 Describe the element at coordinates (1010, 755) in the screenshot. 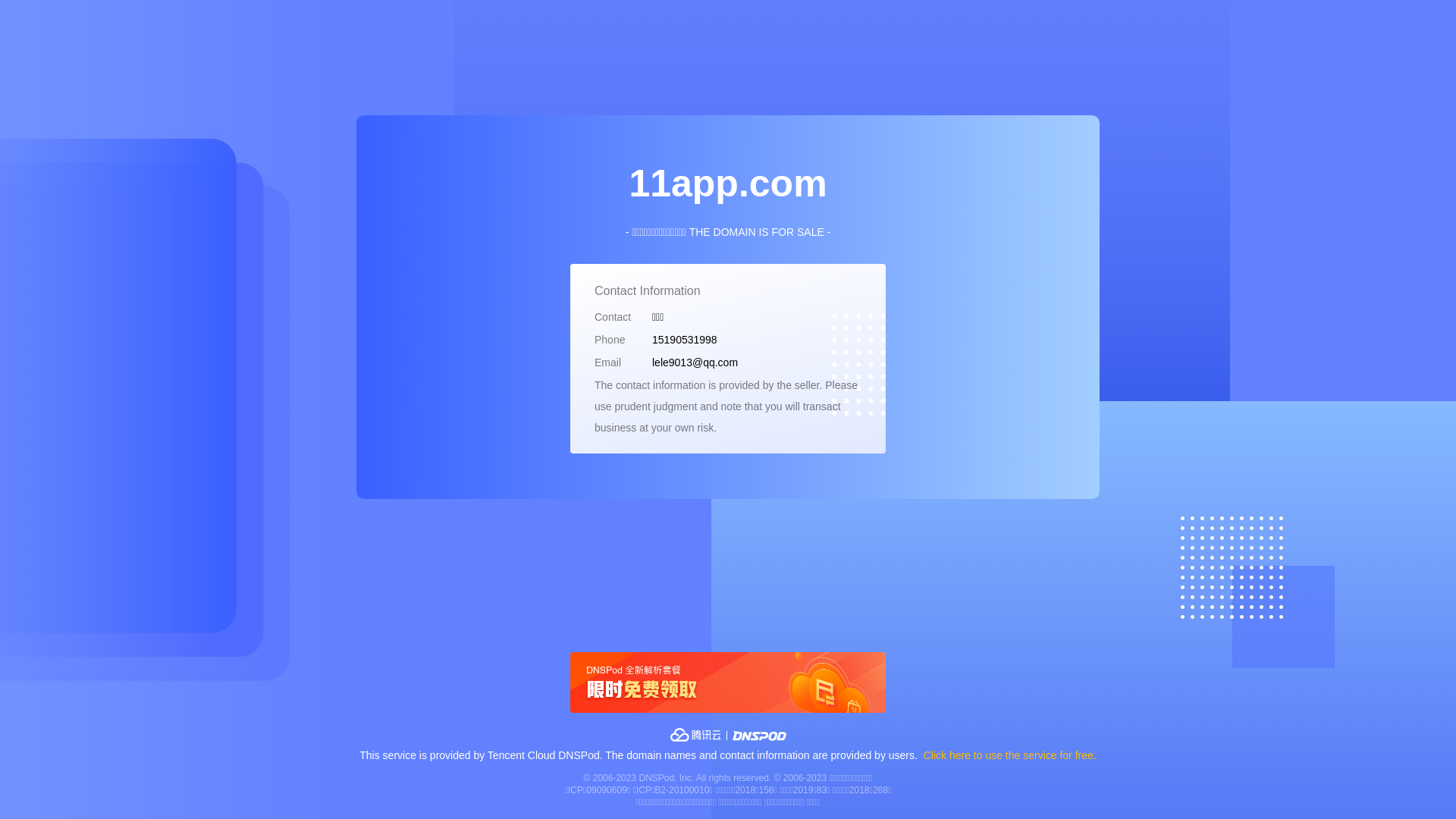

I see `'Click here to use the service for free.'` at that location.